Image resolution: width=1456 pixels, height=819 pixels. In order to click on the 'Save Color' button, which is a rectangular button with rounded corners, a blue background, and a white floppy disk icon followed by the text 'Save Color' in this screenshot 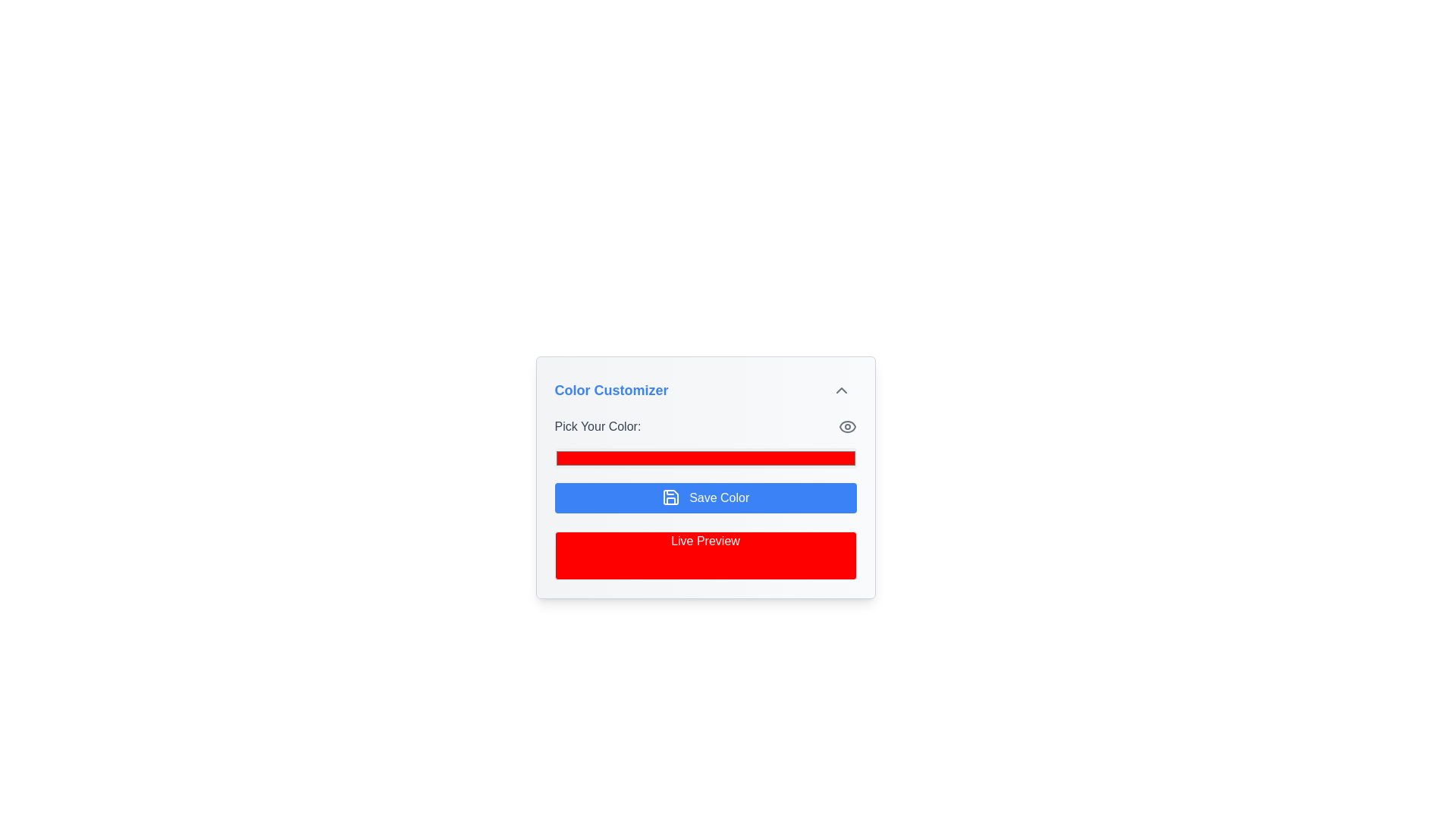, I will do `click(704, 497)`.